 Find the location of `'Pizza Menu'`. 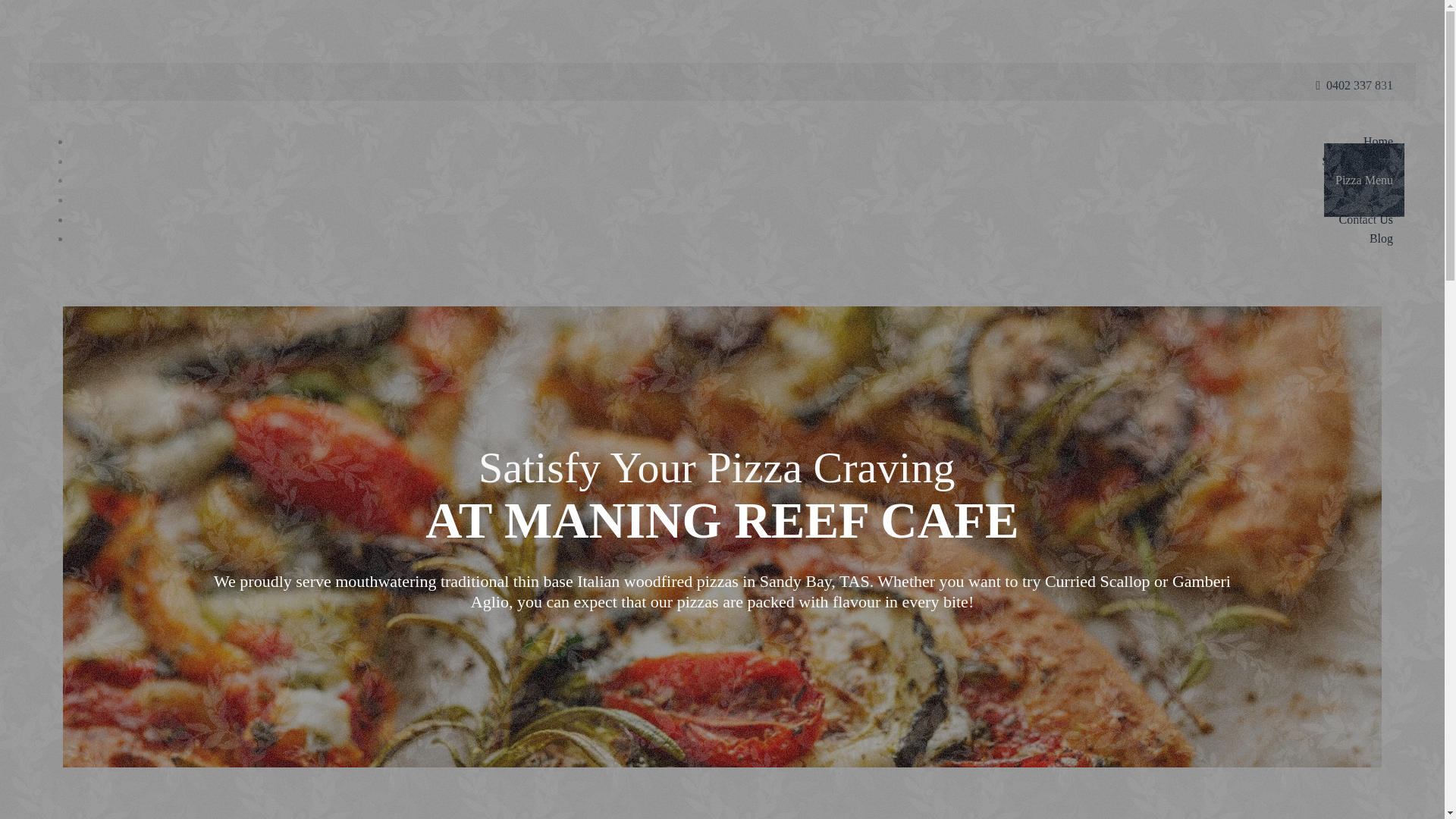

'Pizza Menu' is located at coordinates (1364, 179).